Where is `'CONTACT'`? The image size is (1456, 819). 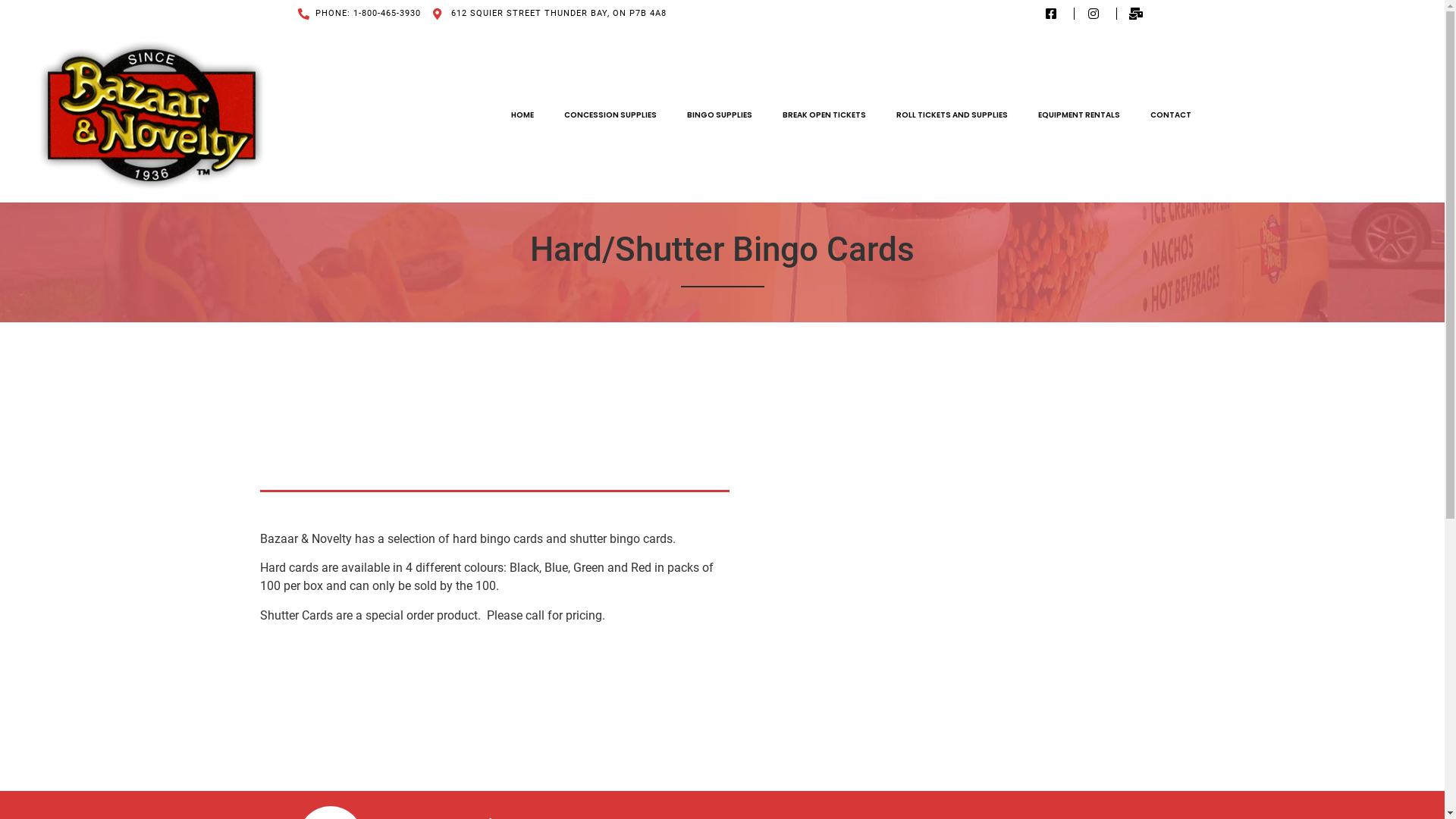 'CONTACT' is located at coordinates (1135, 113).